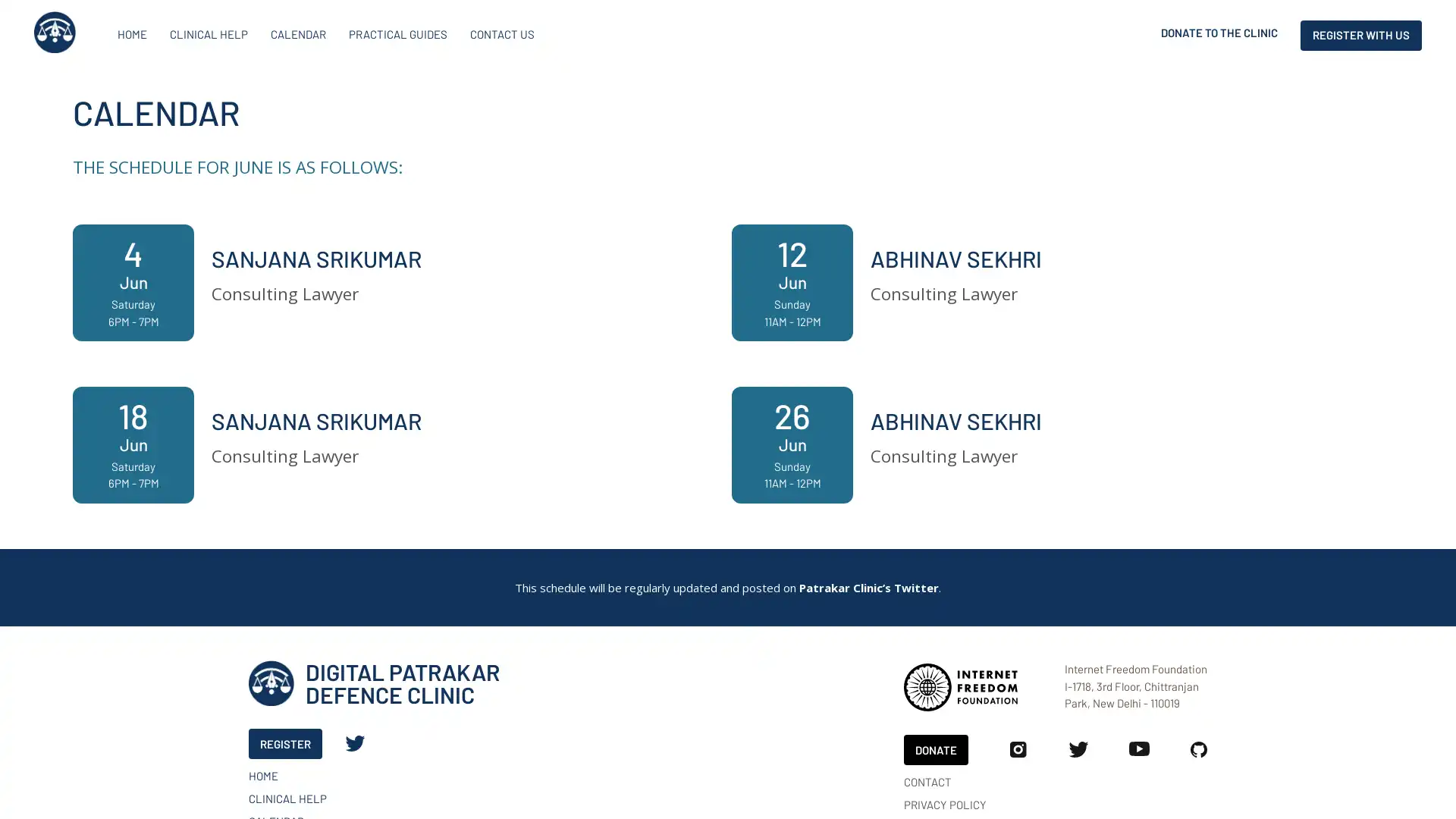 This screenshot has width=1456, height=819. What do you see at coordinates (935, 748) in the screenshot?
I see `DONATE` at bounding box center [935, 748].